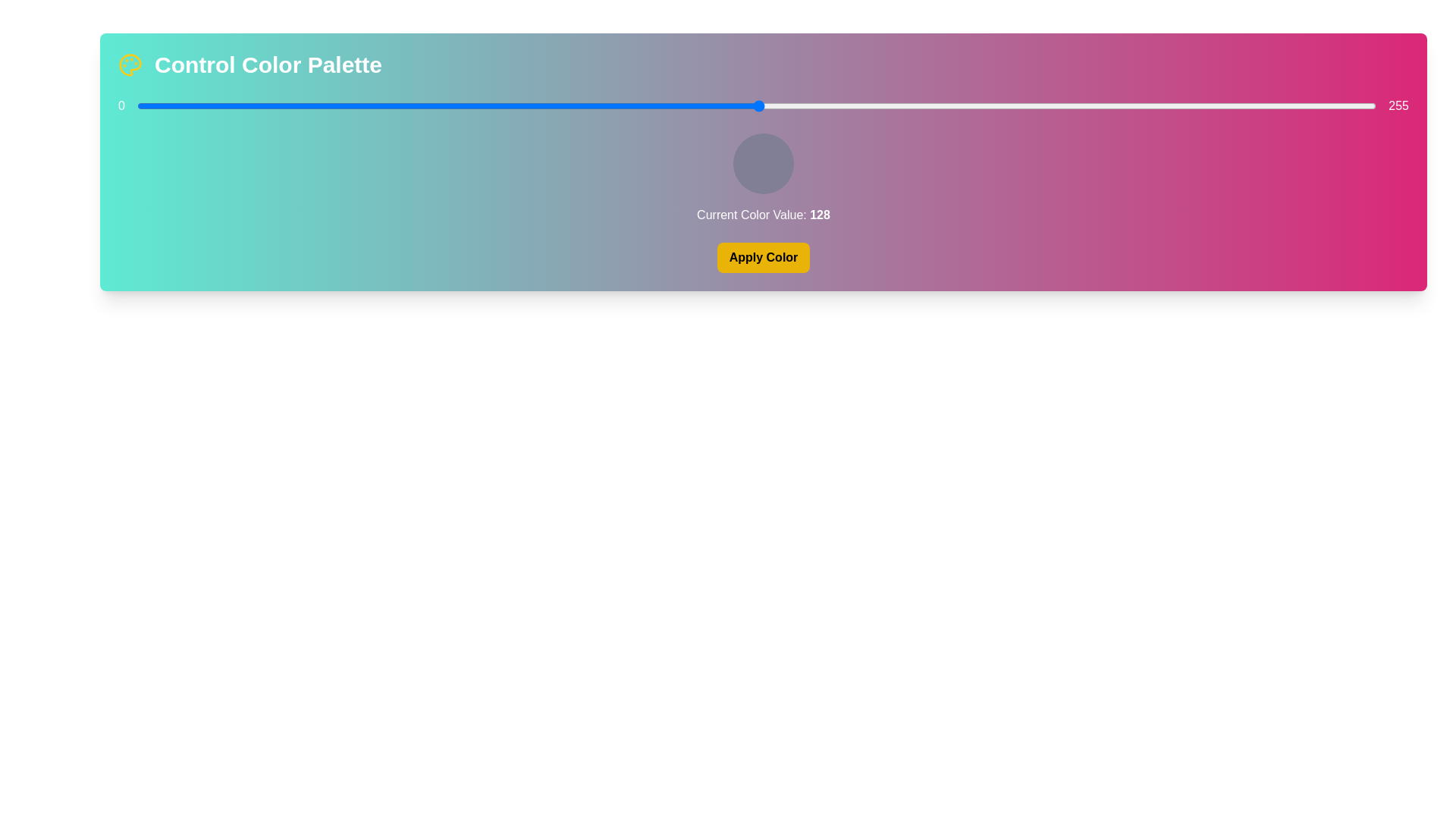 This screenshot has height=819, width=1456. What do you see at coordinates (764, 256) in the screenshot?
I see `the 'Apply Color' button` at bounding box center [764, 256].